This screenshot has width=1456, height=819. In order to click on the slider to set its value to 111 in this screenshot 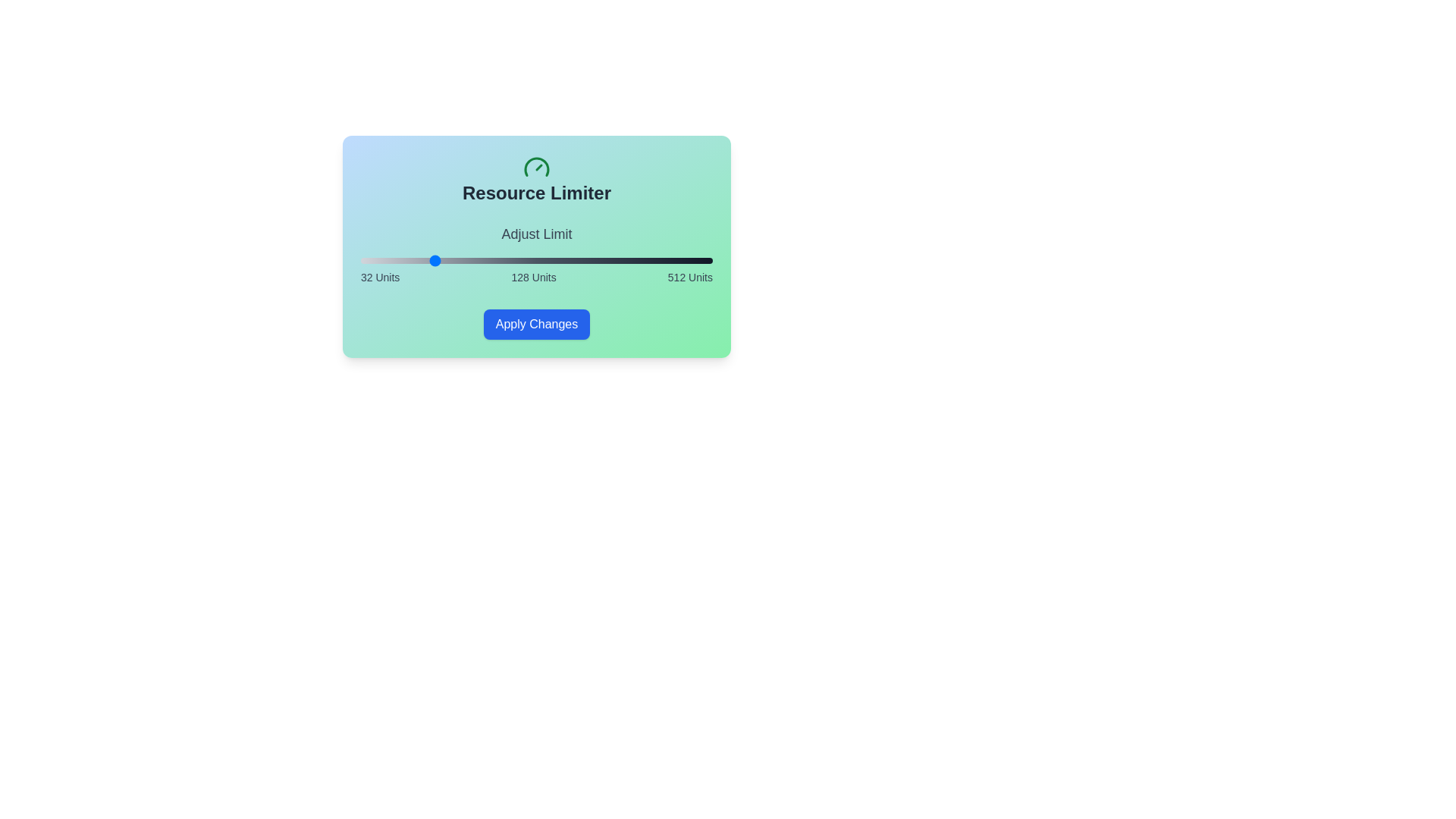, I will do `click(419, 259)`.